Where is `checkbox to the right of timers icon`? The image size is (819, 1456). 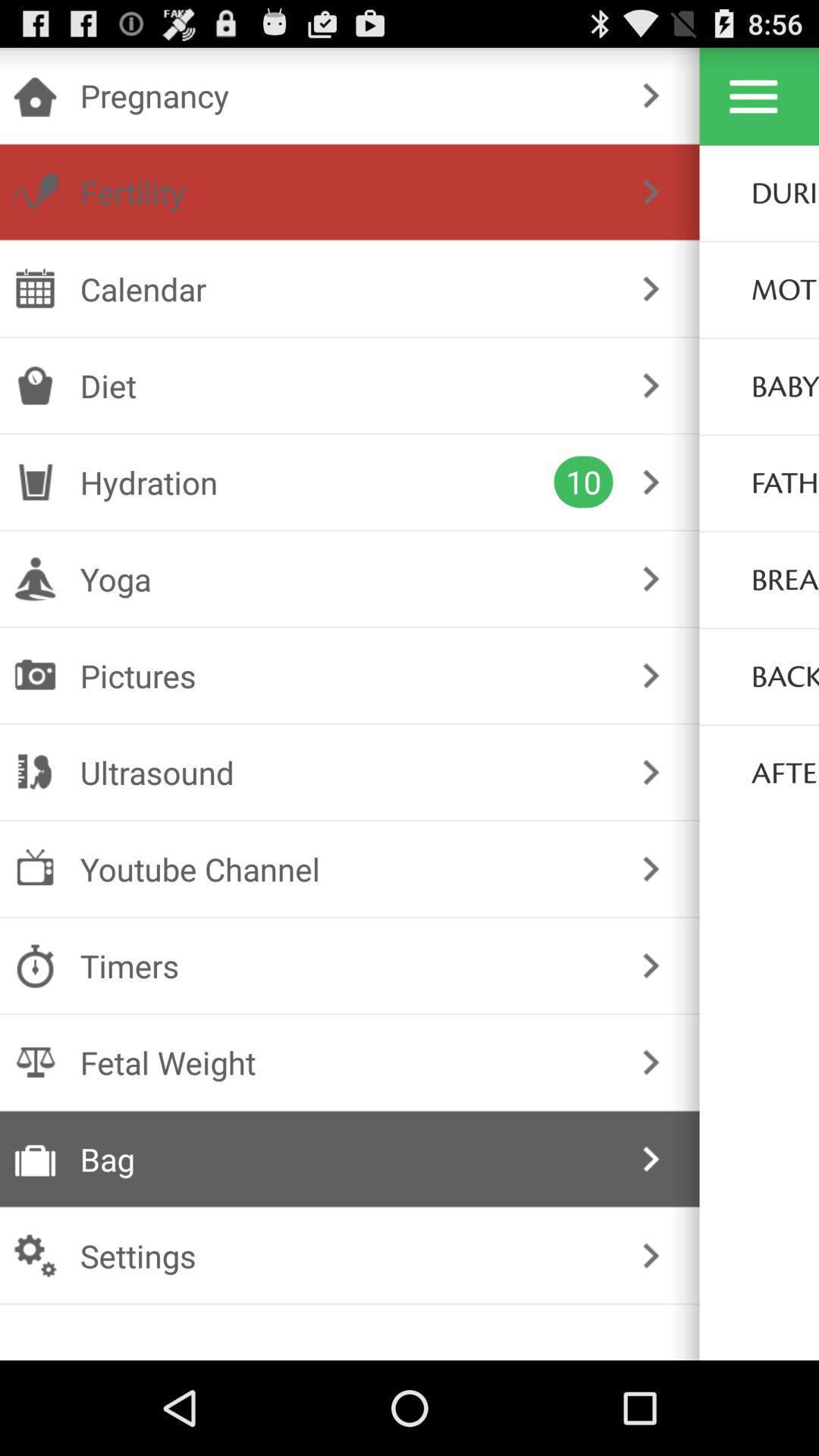
checkbox to the right of timers icon is located at coordinates (650, 965).